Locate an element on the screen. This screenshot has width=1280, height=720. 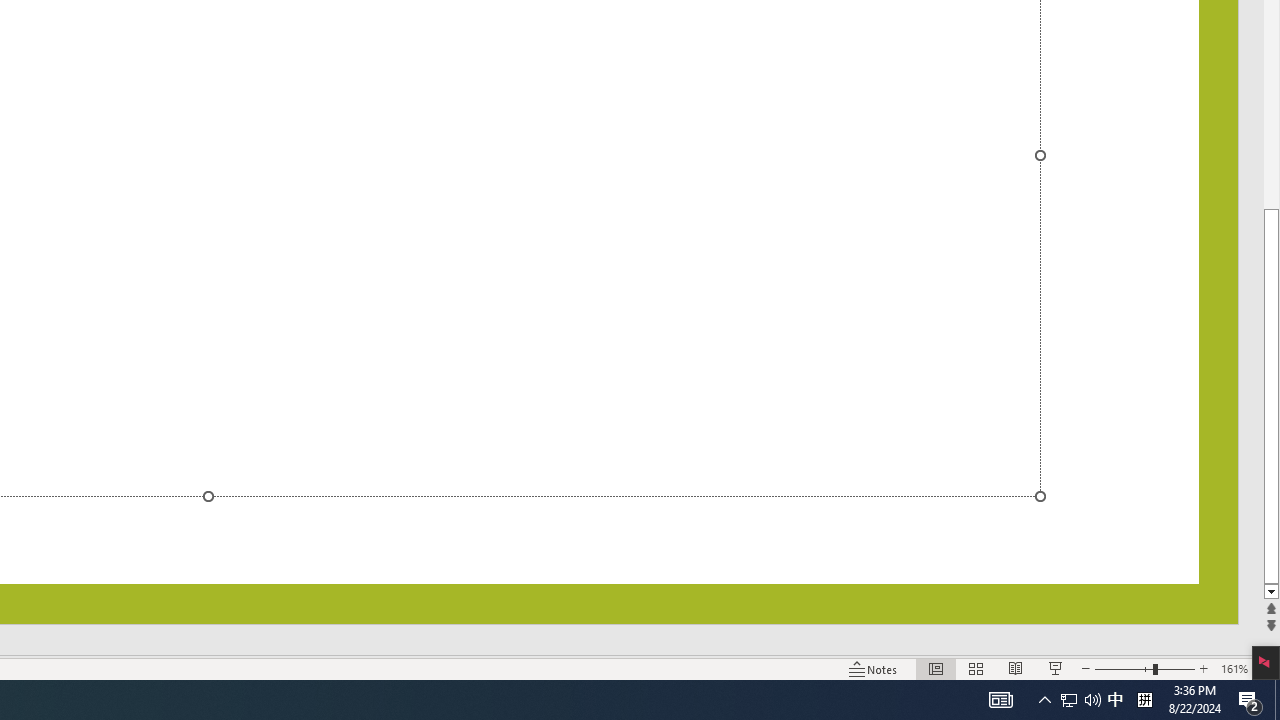
'Zoom' is located at coordinates (1144, 669).